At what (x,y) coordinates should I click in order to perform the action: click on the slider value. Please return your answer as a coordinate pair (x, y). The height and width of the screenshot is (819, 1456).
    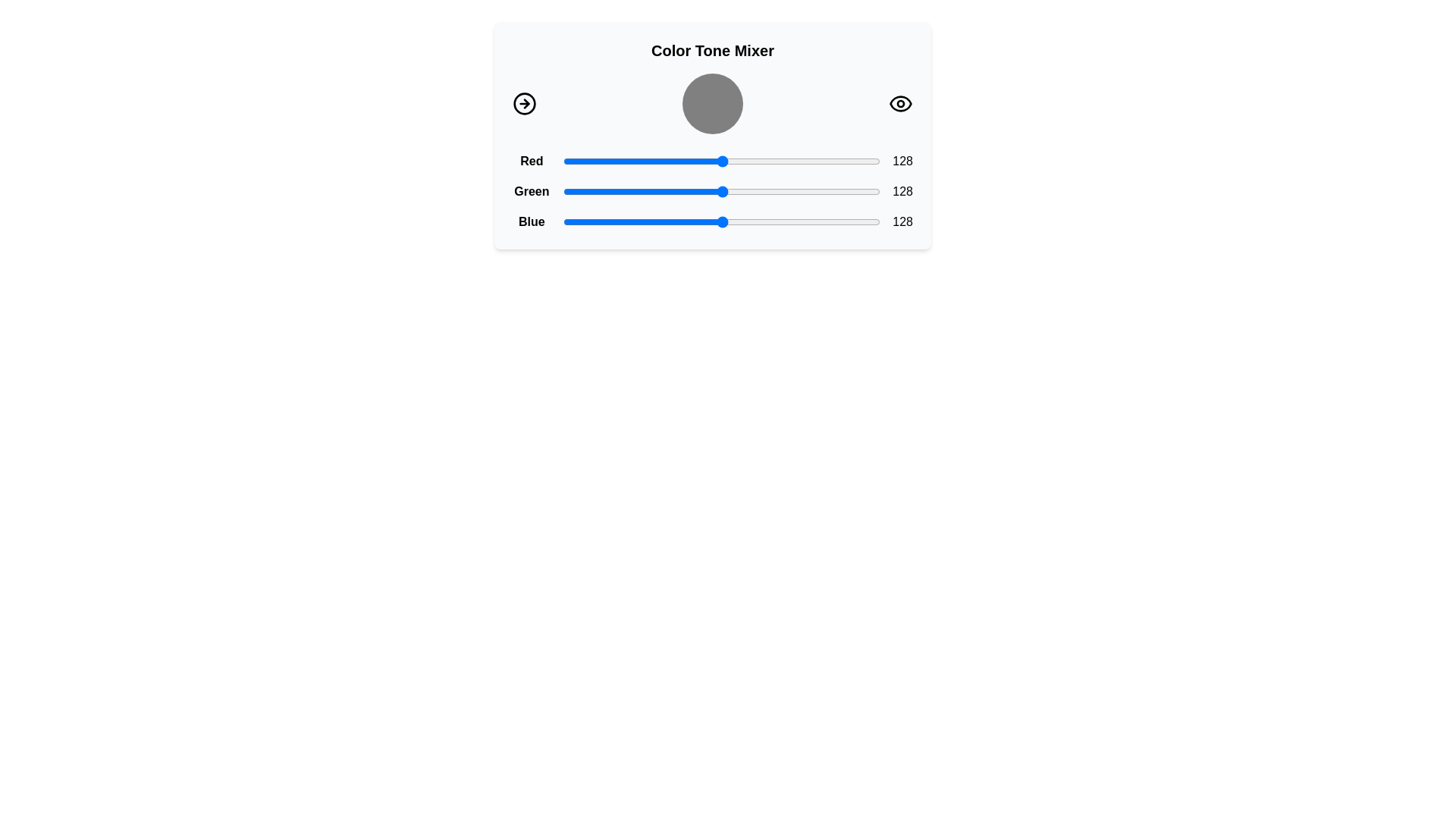
    Looking at the image, I should click on (778, 222).